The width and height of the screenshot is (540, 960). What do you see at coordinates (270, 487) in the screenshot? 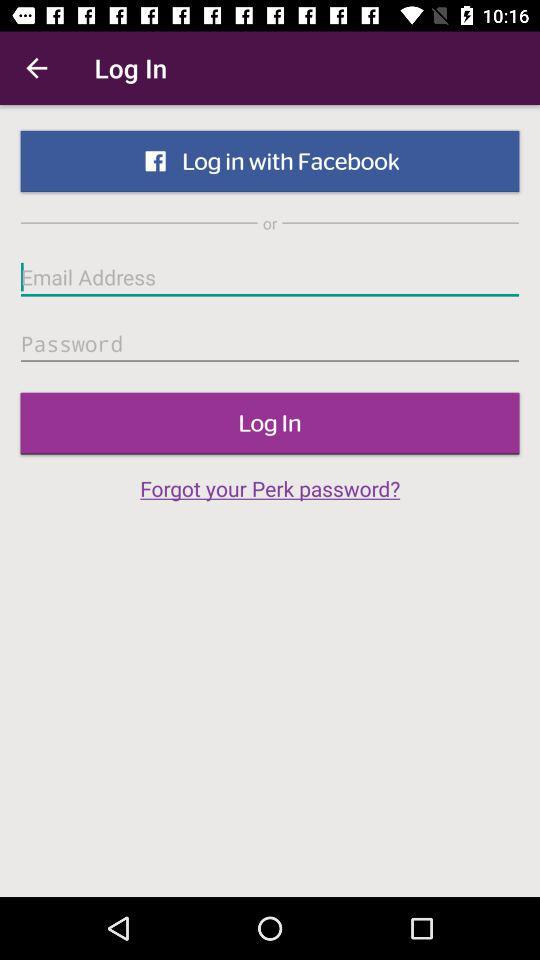
I see `forgot your perk` at bounding box center [270, 487].